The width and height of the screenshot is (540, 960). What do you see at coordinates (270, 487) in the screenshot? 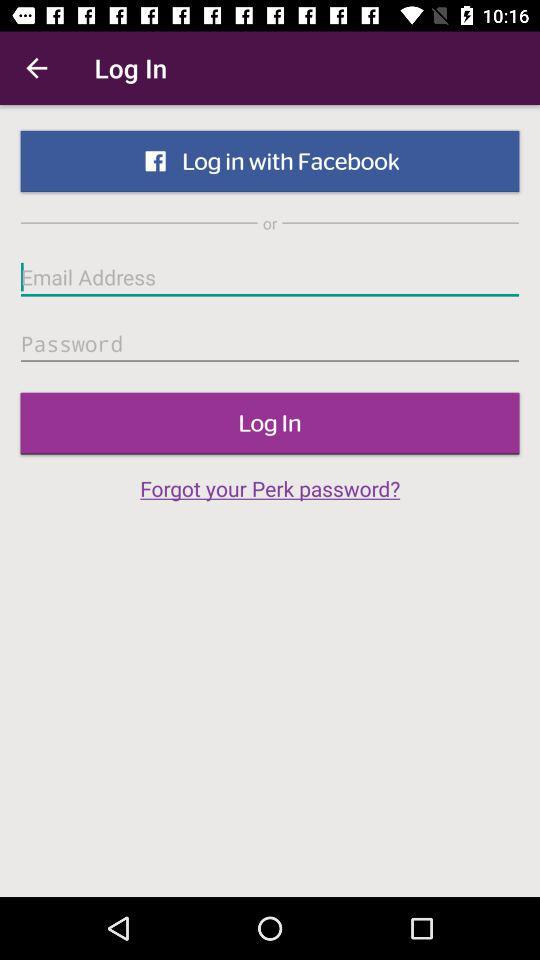
I see `forgot your perk` at bounding box center [270, 487].